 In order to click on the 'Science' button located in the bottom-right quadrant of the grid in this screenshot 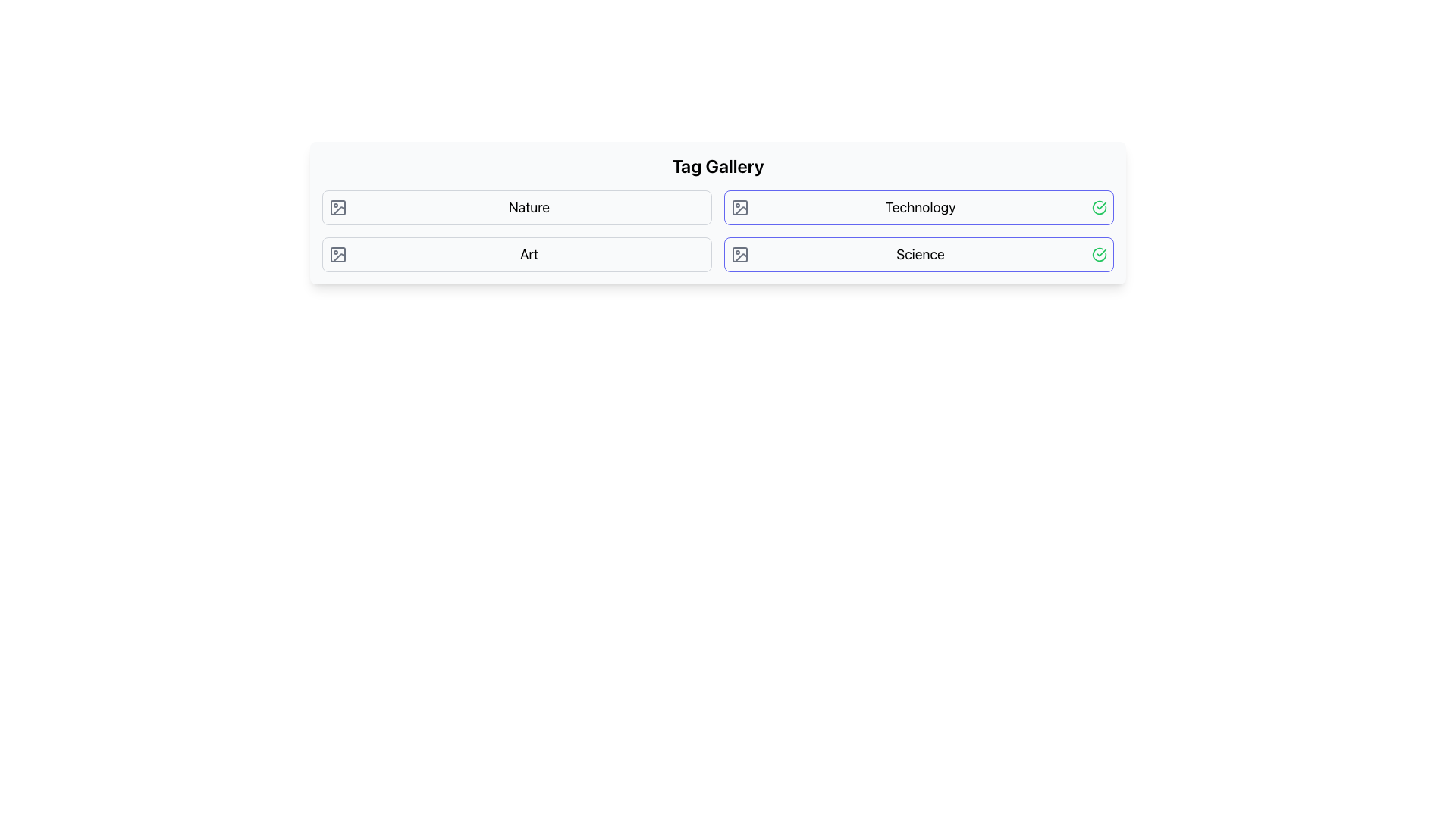, I will do `click(918, 253)`.